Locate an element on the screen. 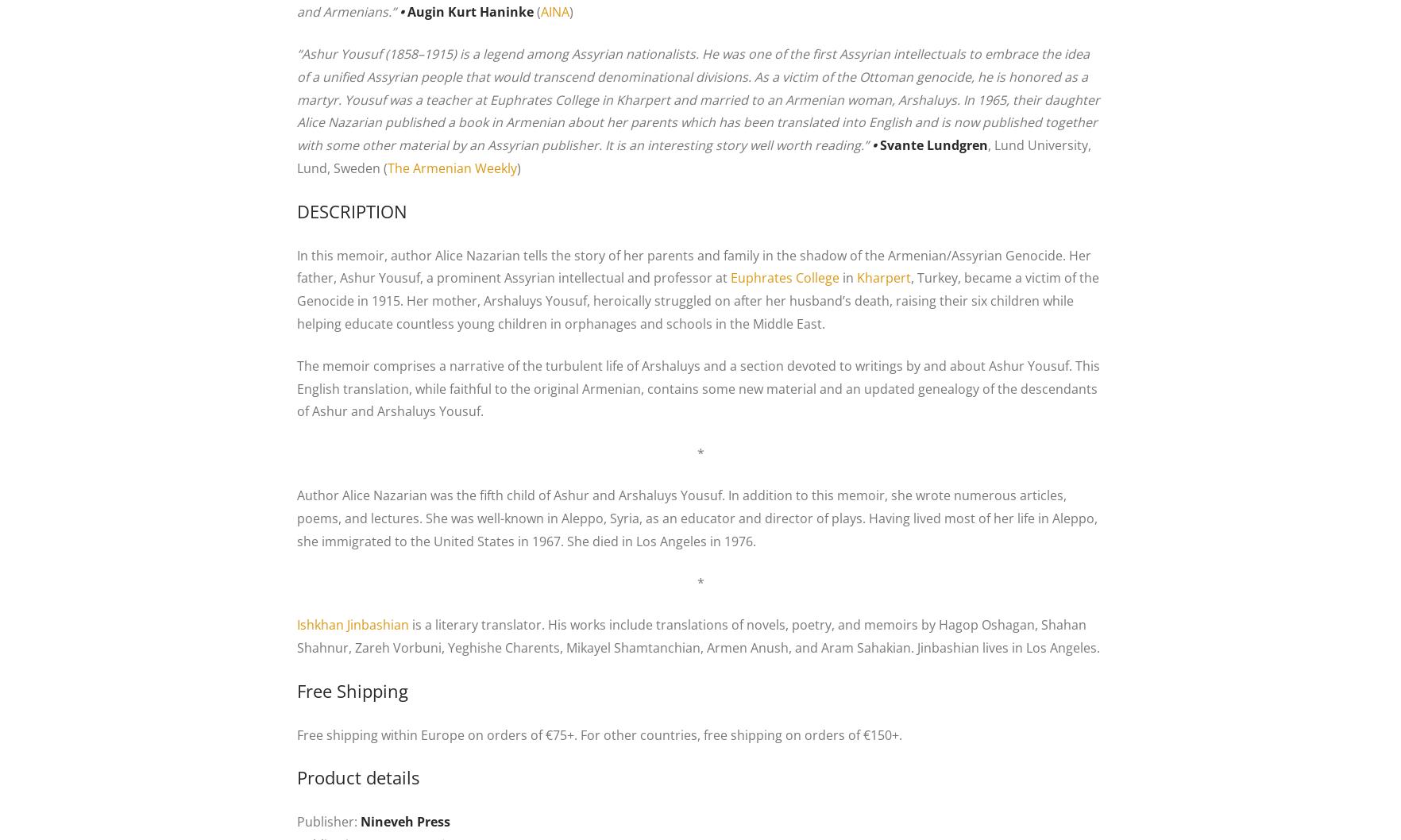 Image resolution: width=1401 pixels, height=840 pixels. 'Product details' is located at coordinates (358, 776).